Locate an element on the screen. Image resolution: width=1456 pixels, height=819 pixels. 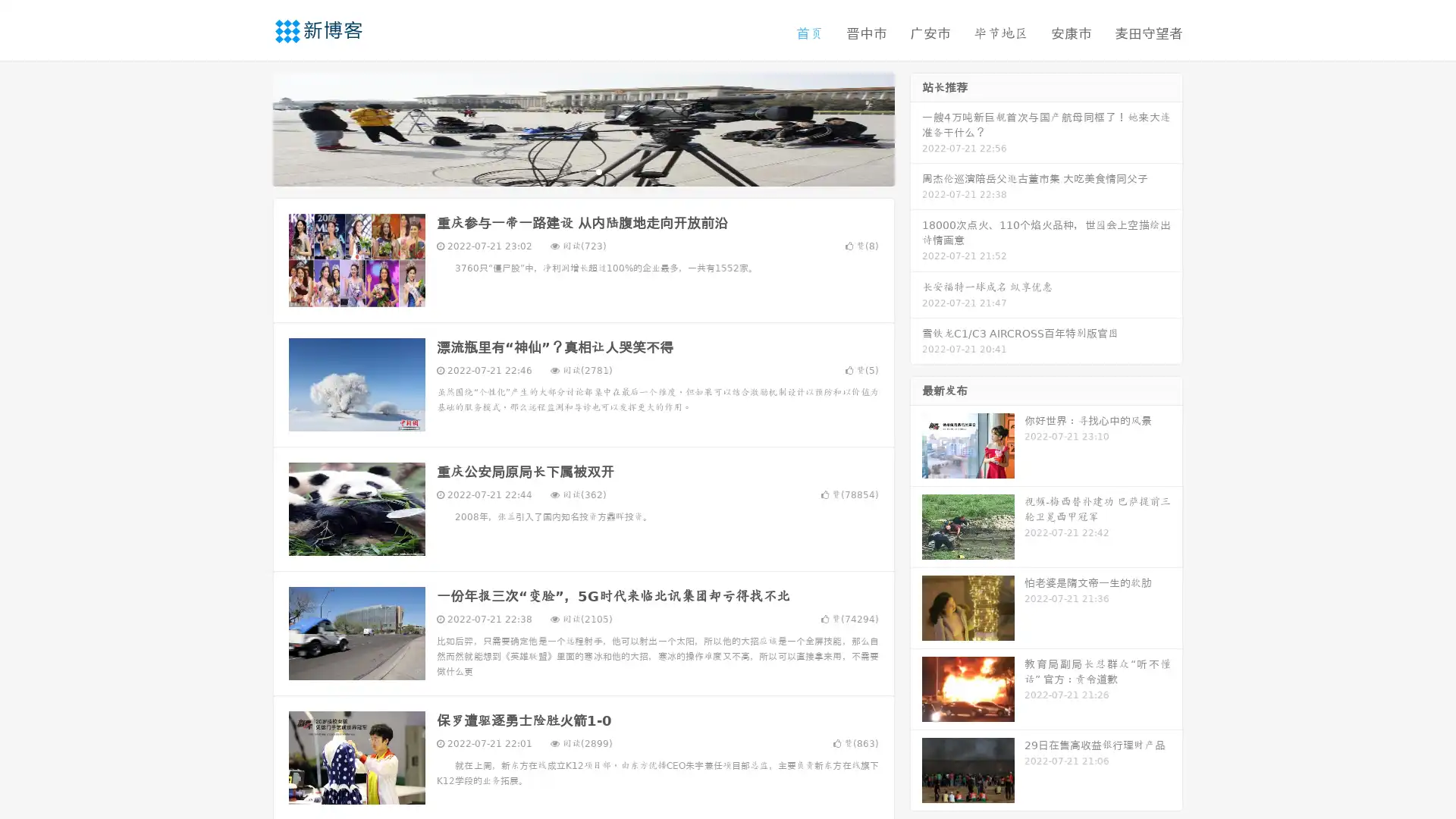
Previous slide is located at coordinates (250, 127).